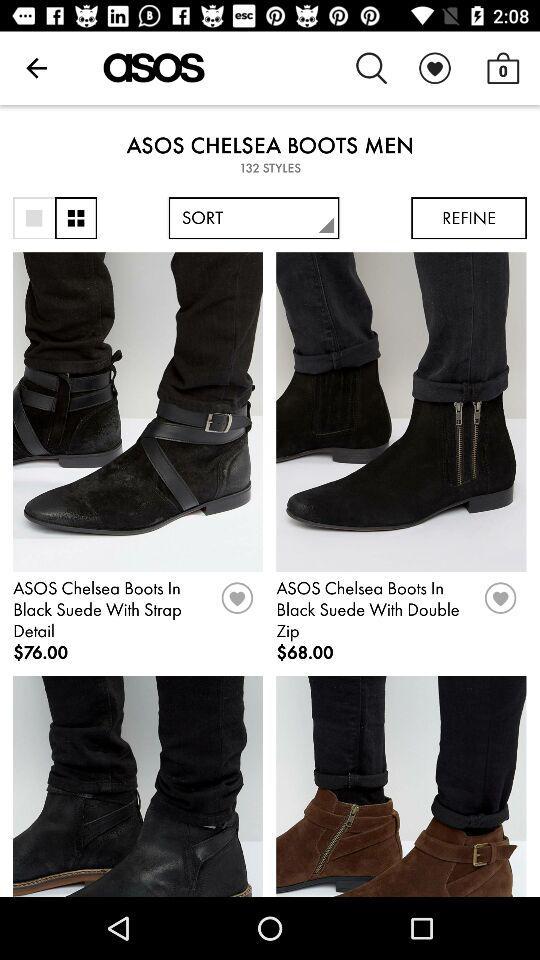 This screenshot has width=540, height=960. What do you see at coordinates (237, 604) in the screenshot?
I see `button` at bounding box center [237, 604].